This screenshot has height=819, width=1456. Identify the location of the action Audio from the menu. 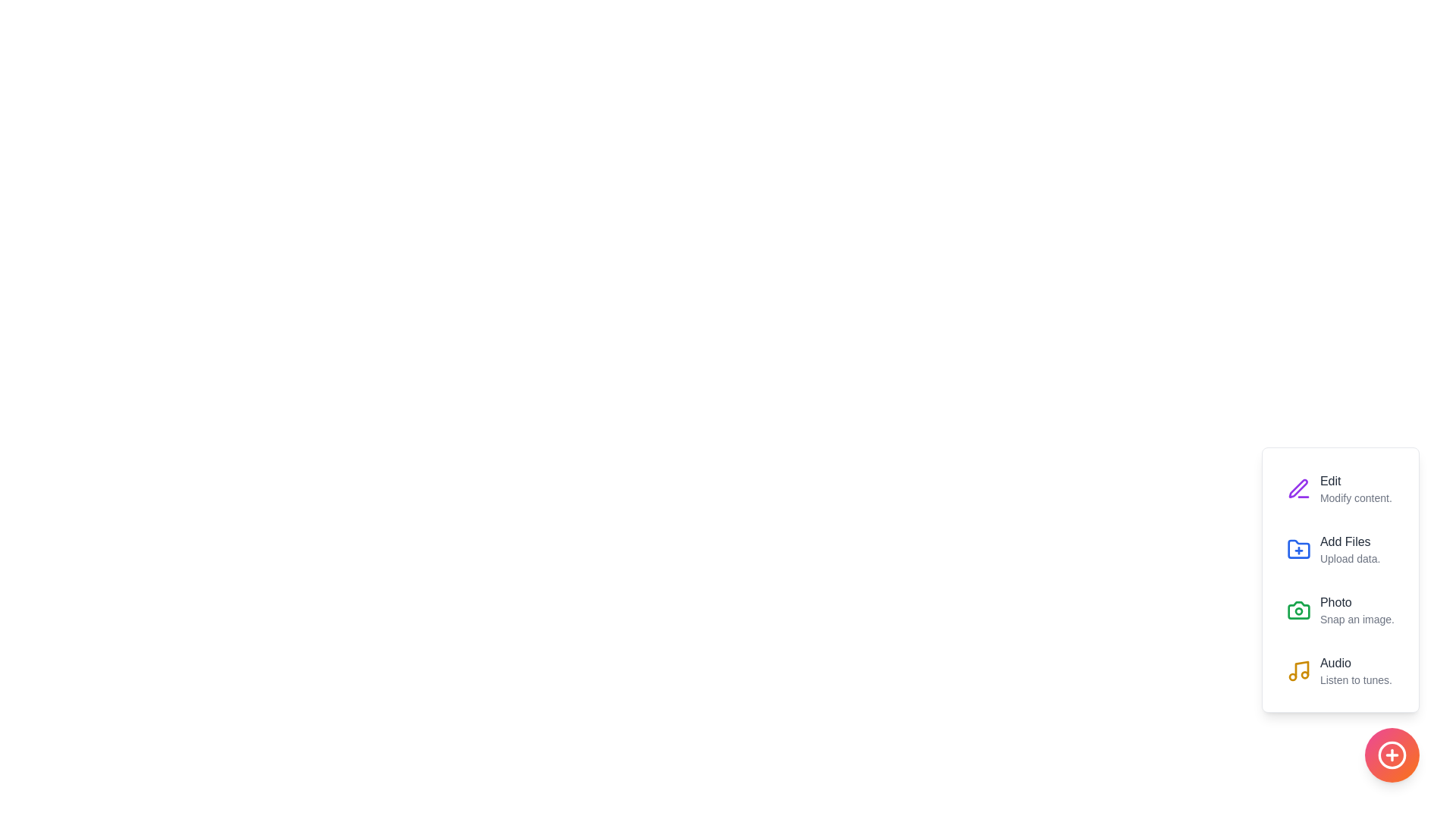
(1298, 670).